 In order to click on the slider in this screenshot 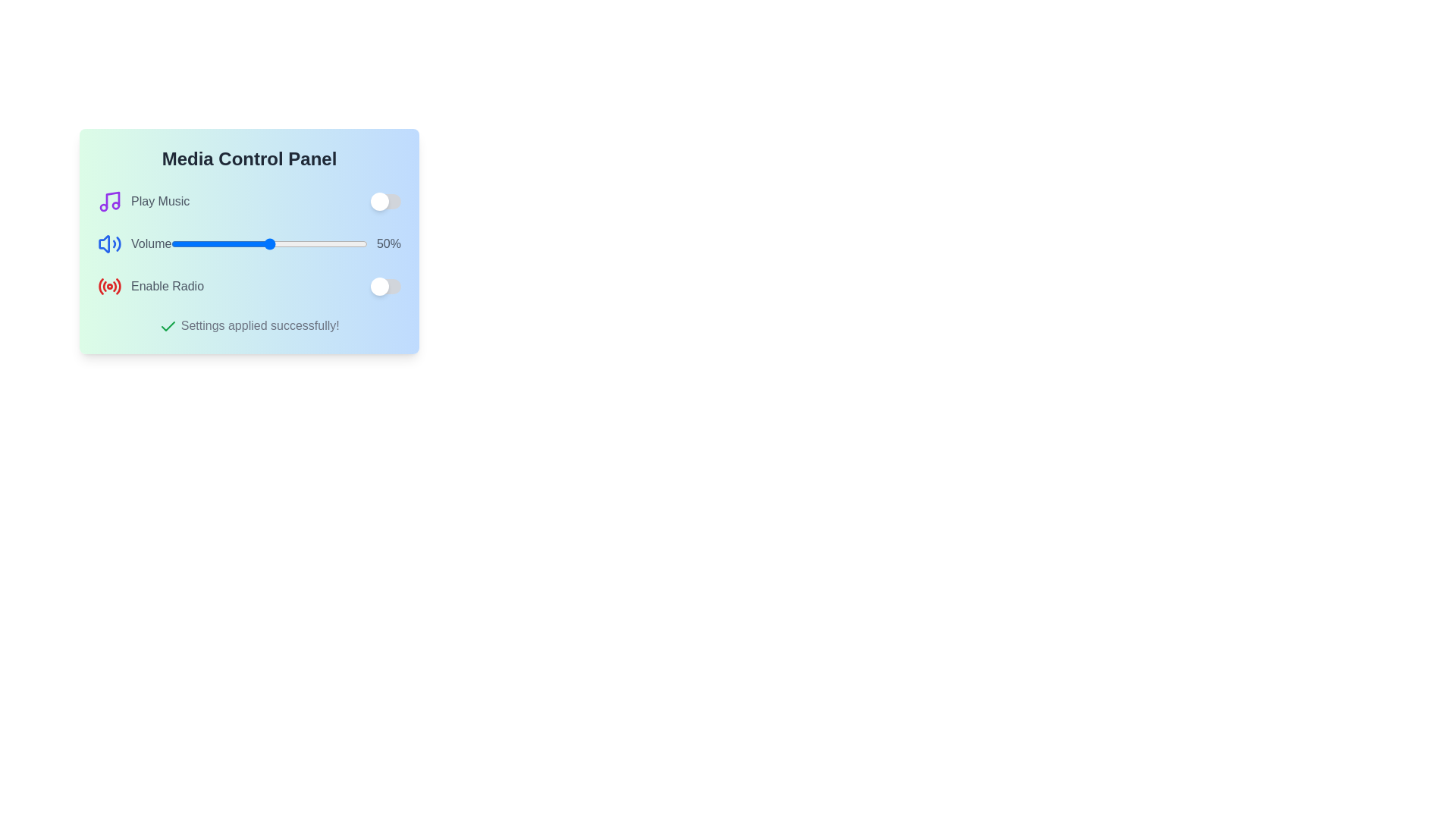, I will do `click(271, 243)`.